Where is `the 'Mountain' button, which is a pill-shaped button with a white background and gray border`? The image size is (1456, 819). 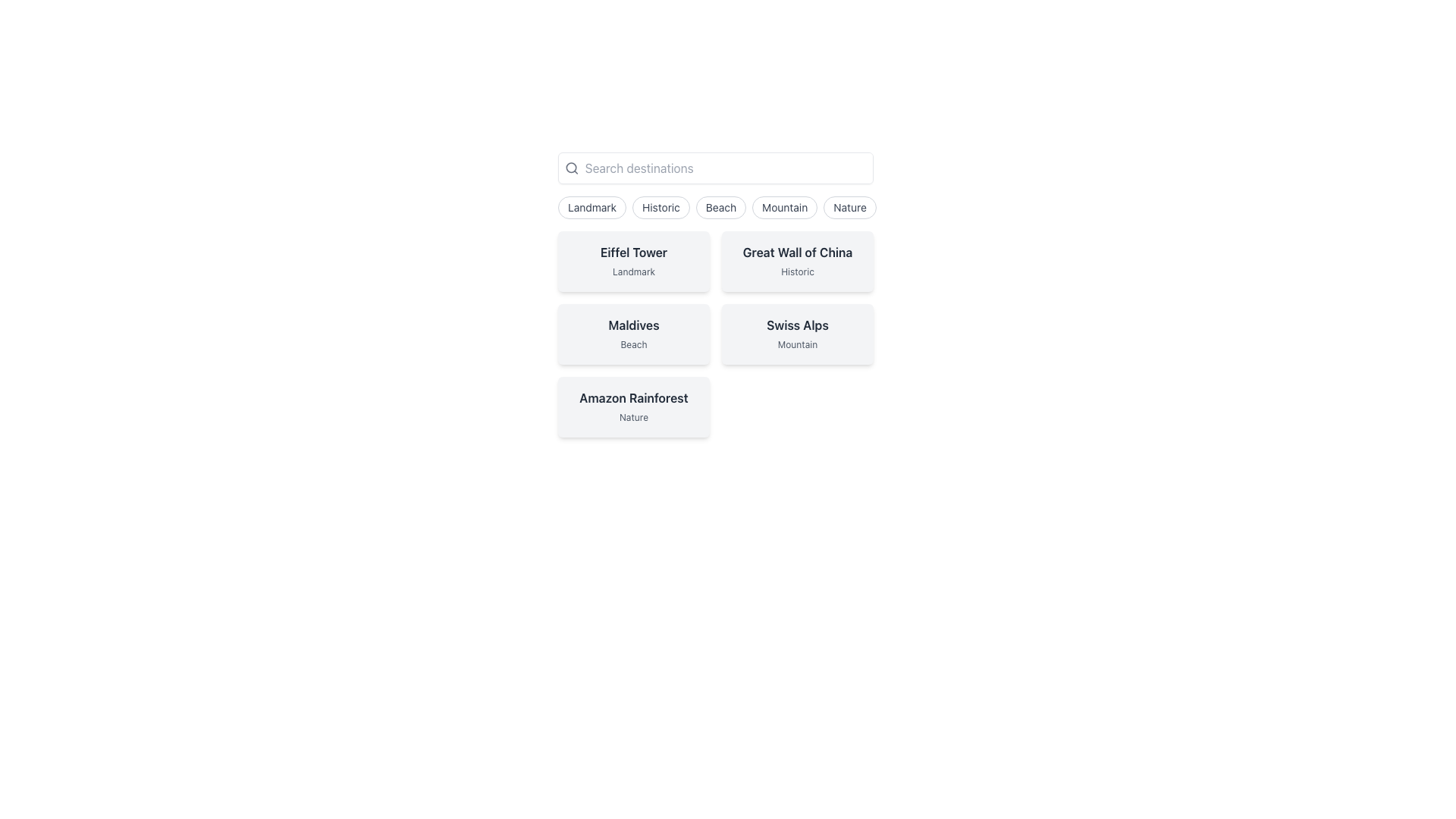
the 'Mountain' button, which is a pill-shaped button with a white background and gray border is located at coordinates (785, 207).